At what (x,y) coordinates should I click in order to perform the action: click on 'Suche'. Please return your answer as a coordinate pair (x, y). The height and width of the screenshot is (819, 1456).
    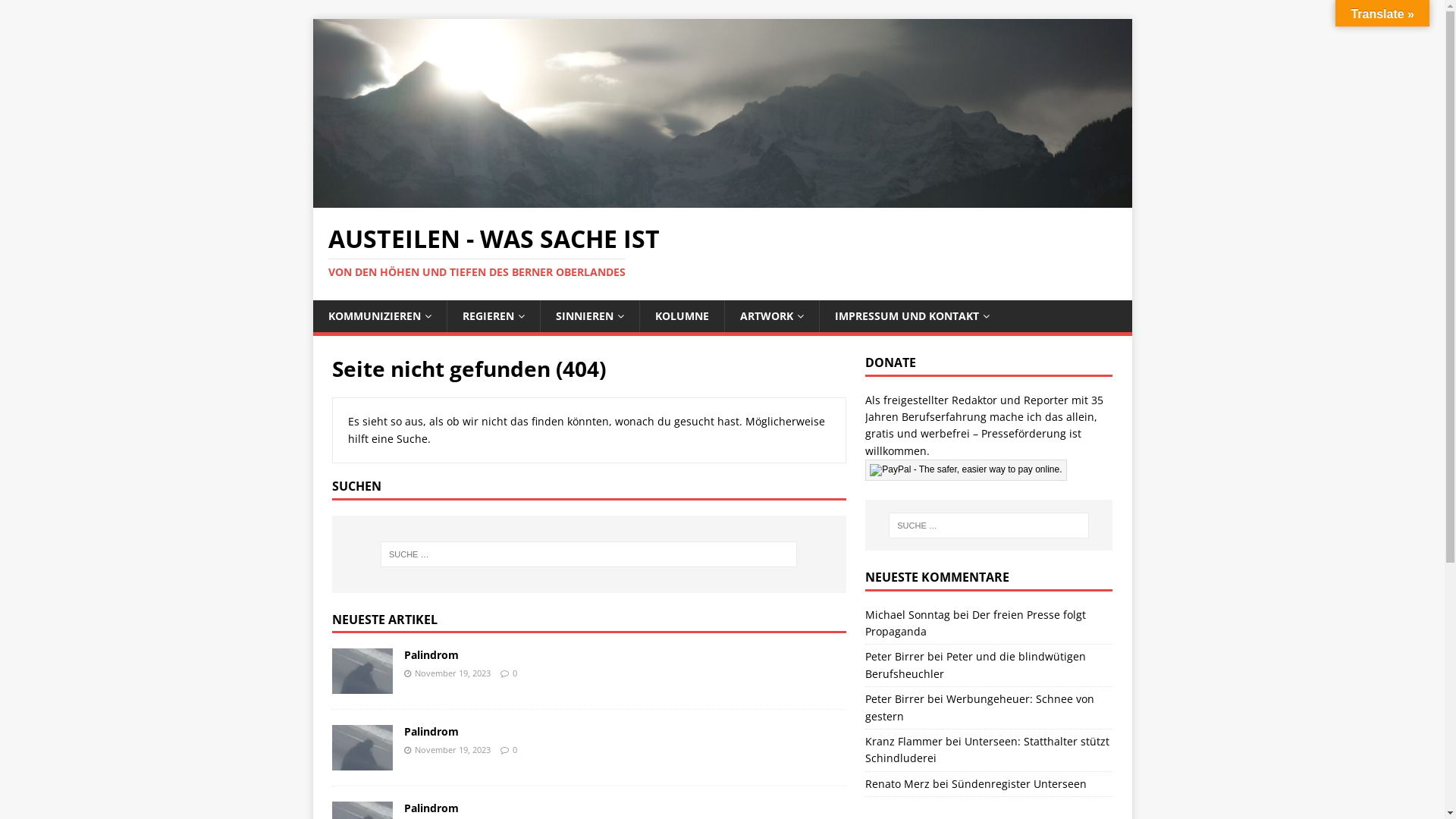
    Looking at the image, I should click on (0, 11).